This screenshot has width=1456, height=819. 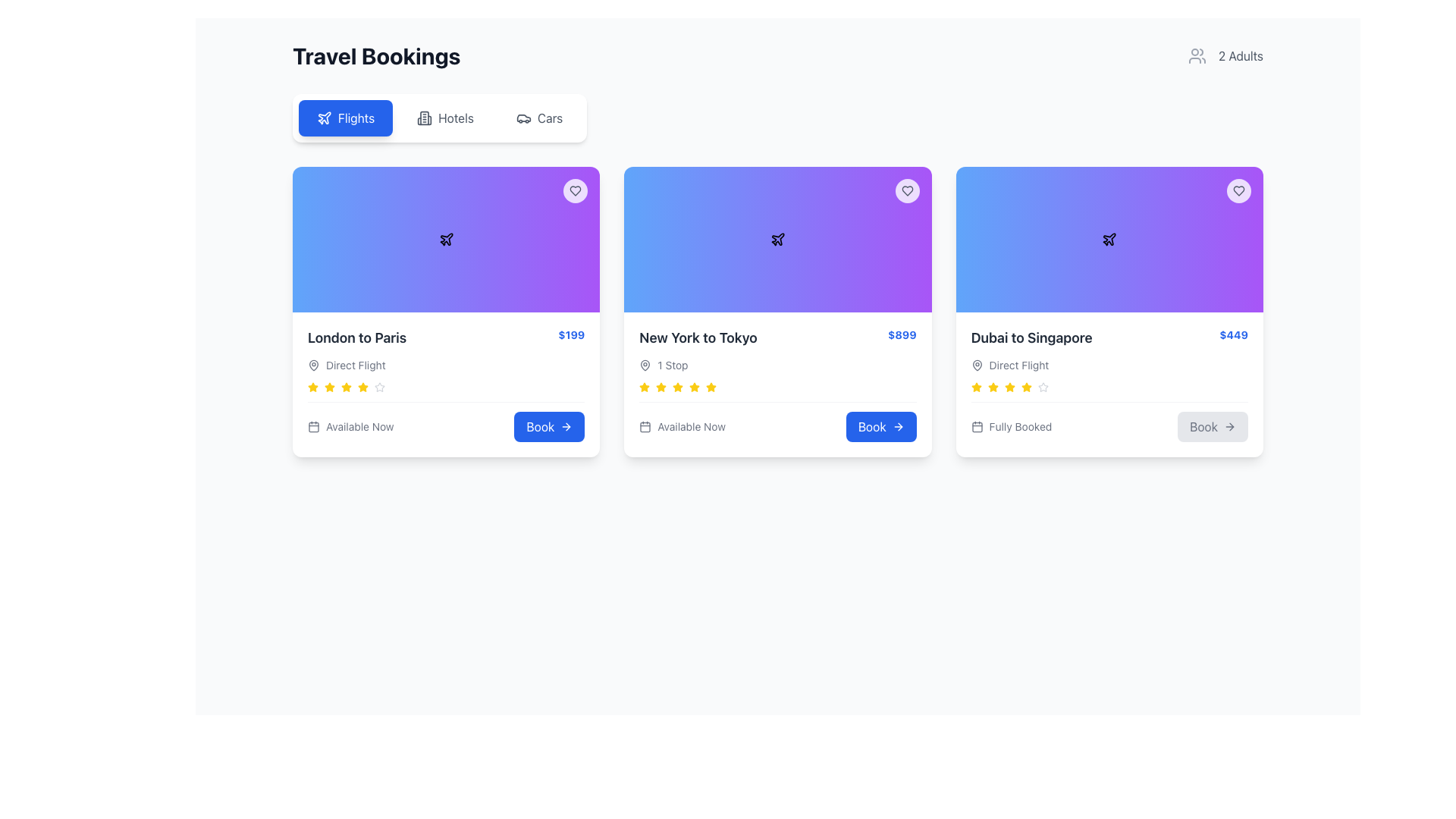 What do you see at coordinates (1109, 239) in the screenshot?
I see `the airplane icon within the flight card for 'Dubai to Singapore', which is centrally positioned in the top-colored gradient rectangle` at bounding box center [1109, 239].